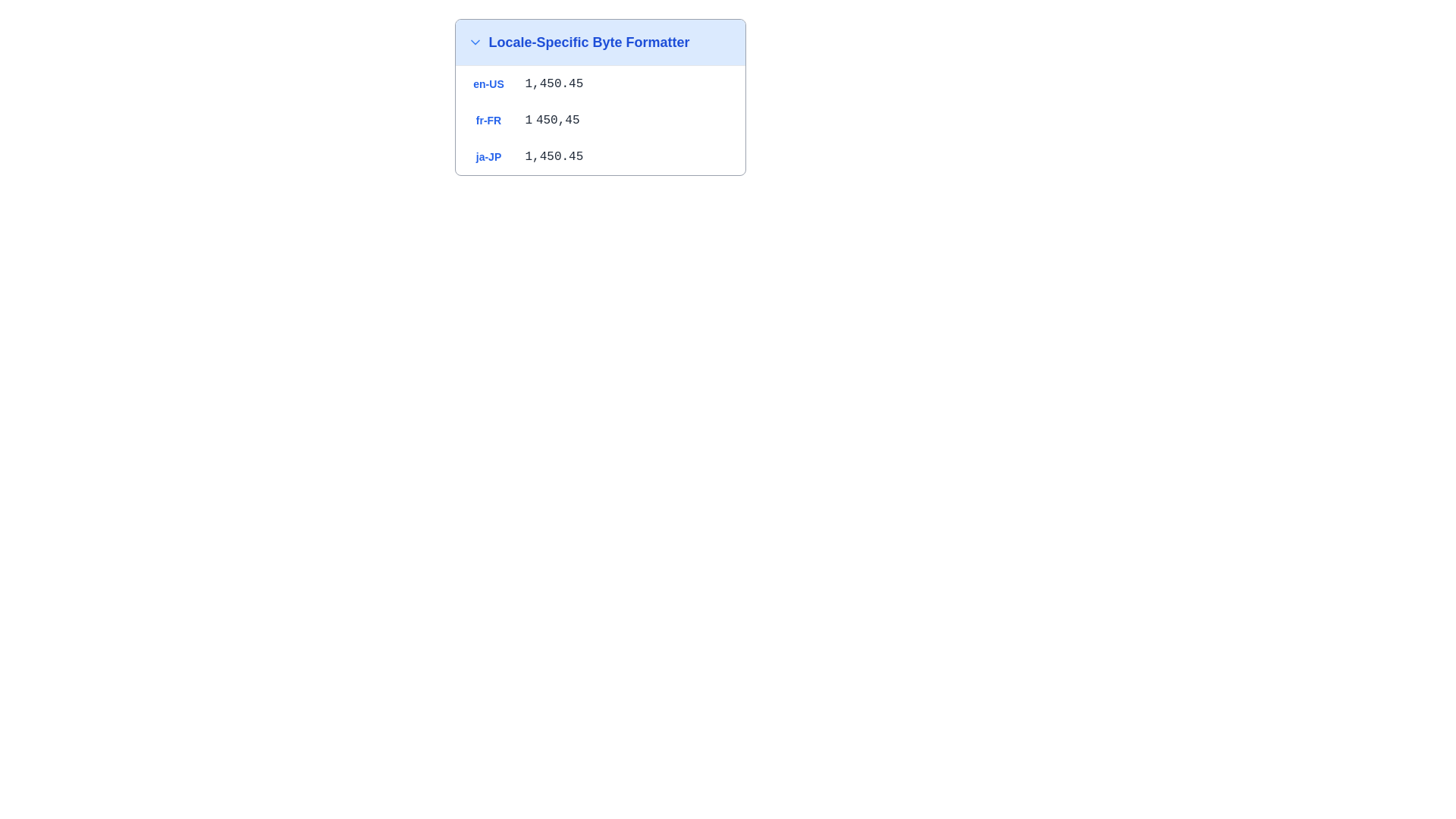  I want to click on the static text displaying 'fr-FR' in blue color, located under the header 'Locale-Specific Byte Formatter', so click(488, 119).